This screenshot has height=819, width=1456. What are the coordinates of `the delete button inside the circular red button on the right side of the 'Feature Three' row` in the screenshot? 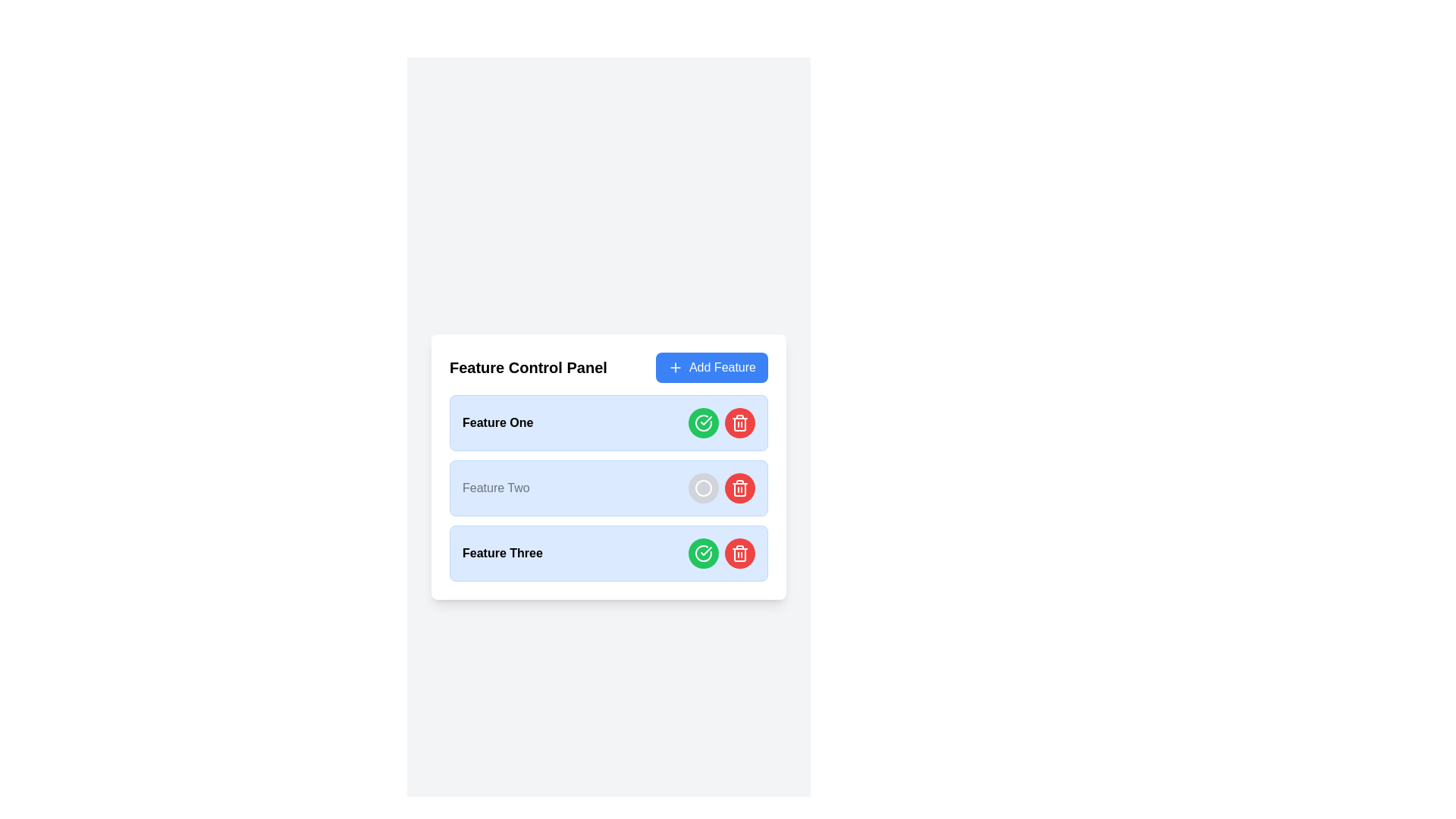 It's located at (739, 553).